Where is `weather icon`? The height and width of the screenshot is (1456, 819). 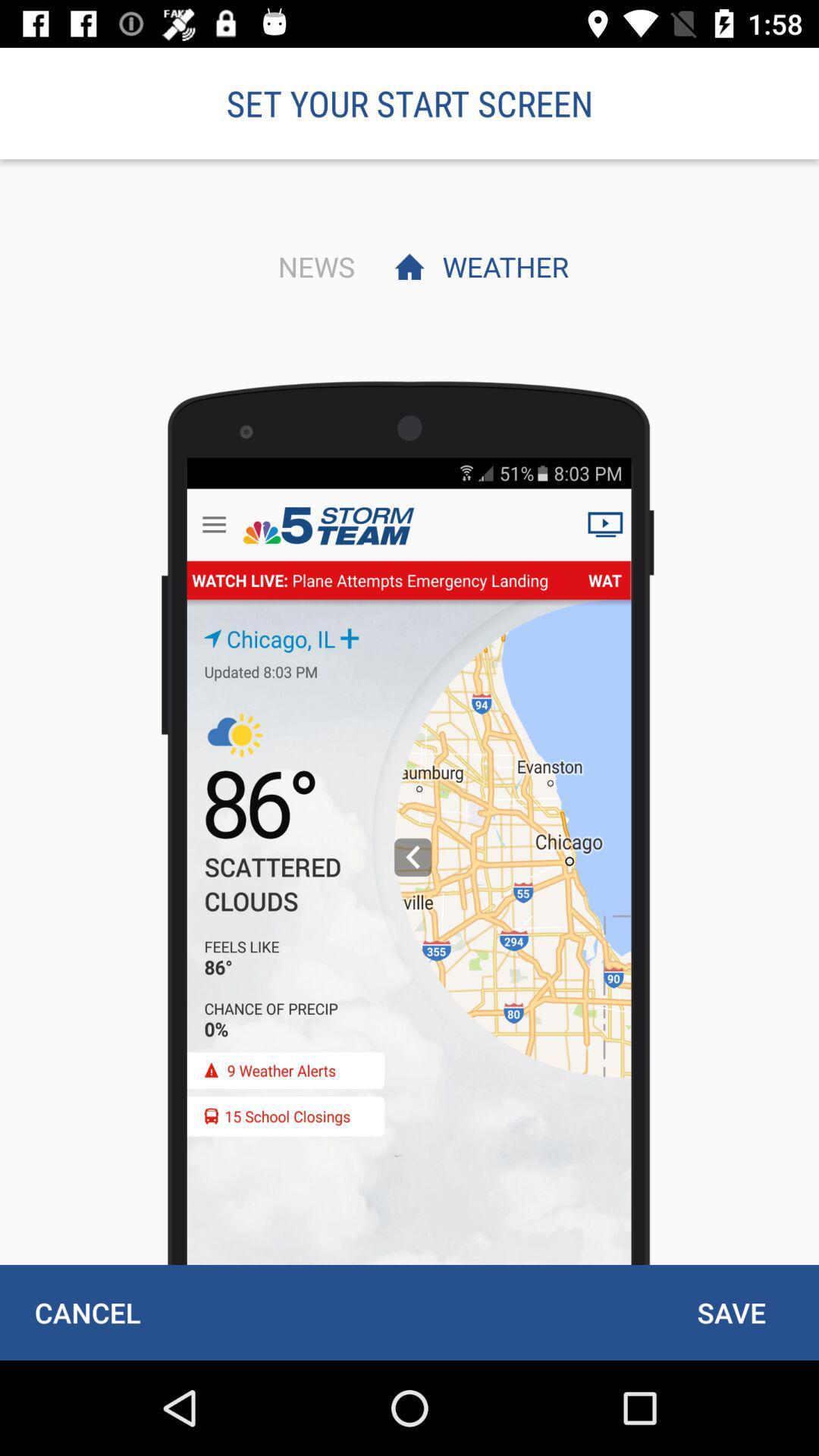
weather icon is located at coordinates (501, 266).